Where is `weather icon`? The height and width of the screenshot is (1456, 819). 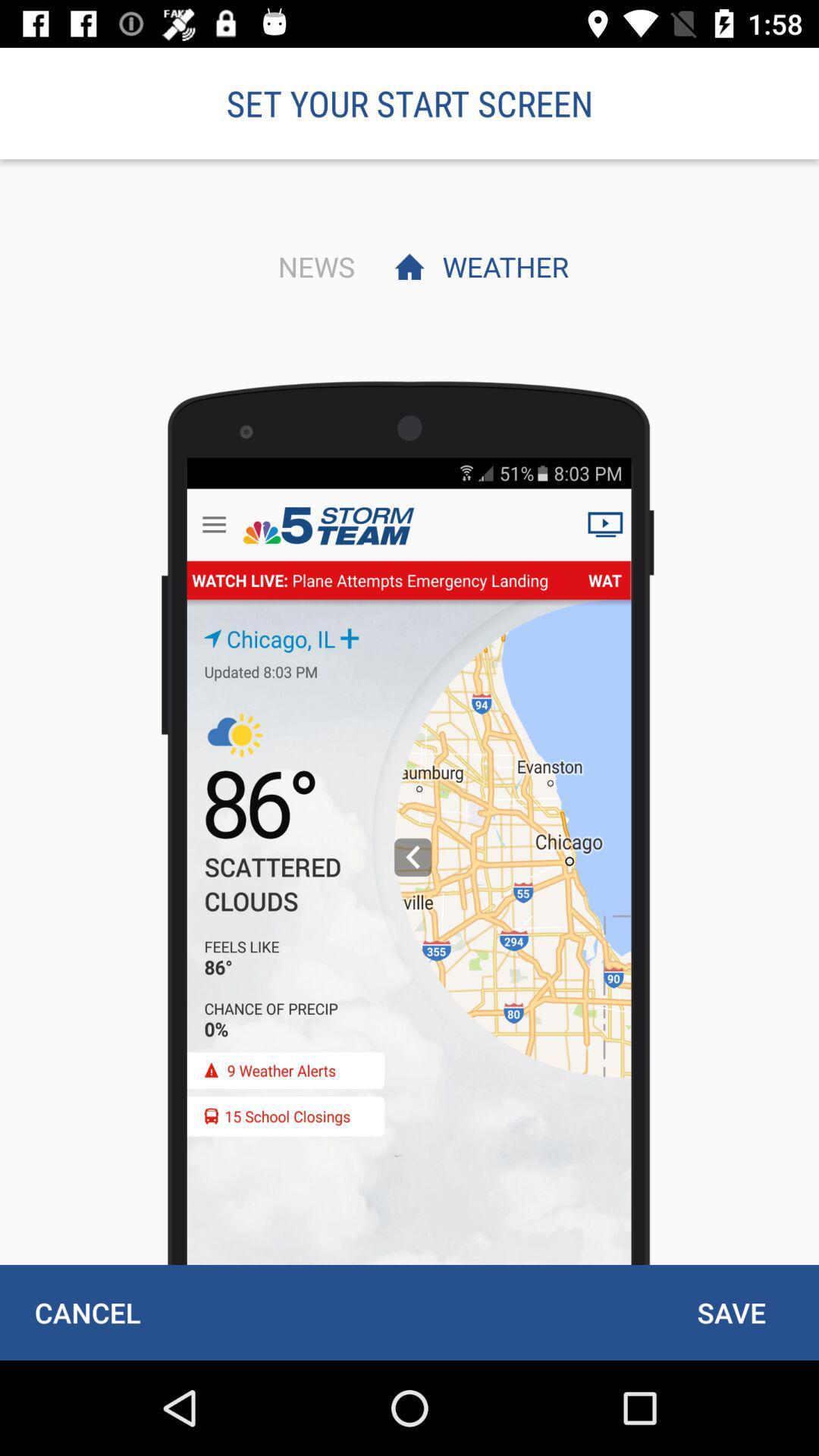
weather icon is located at coordinates (501, 266).